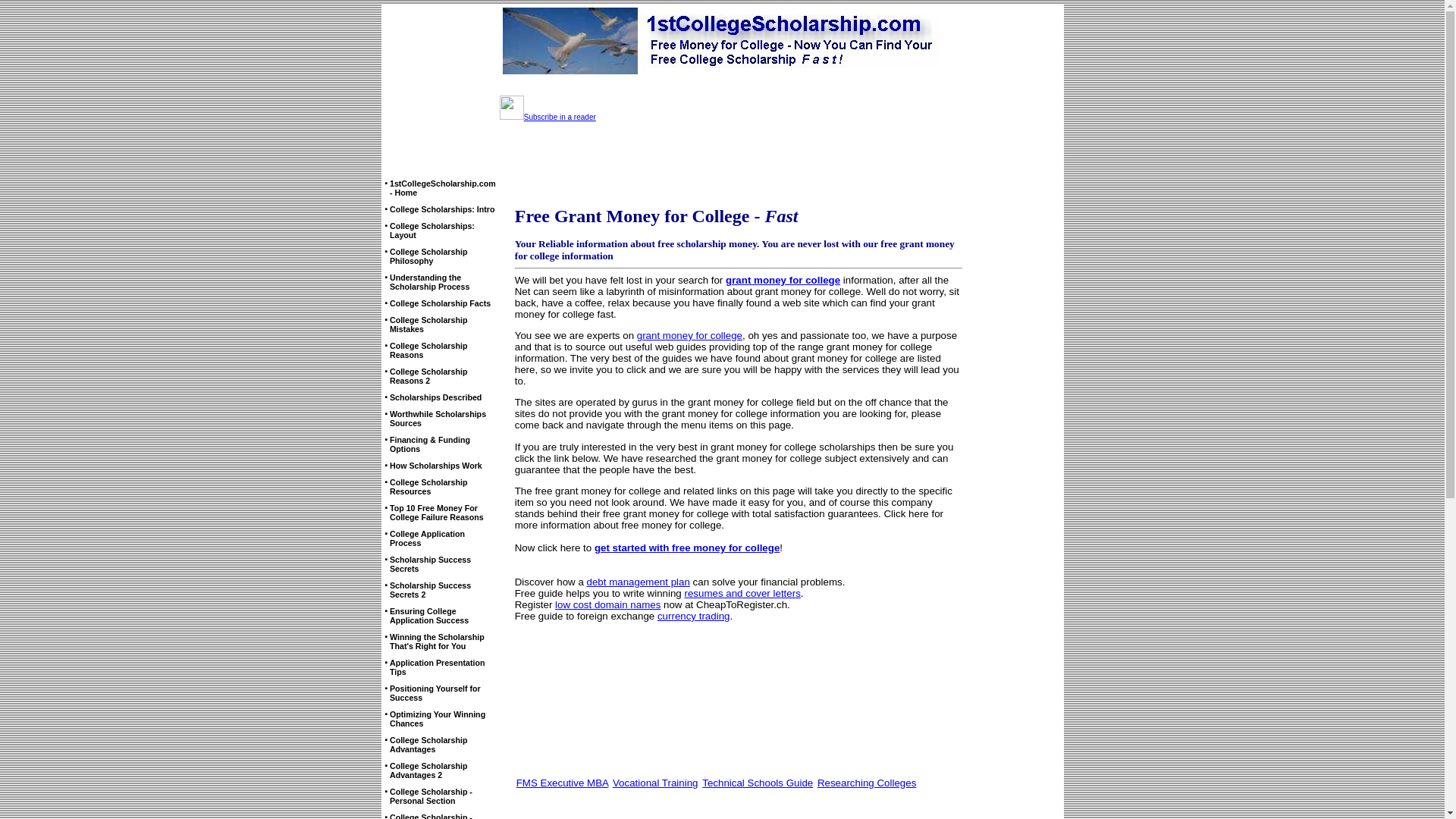  Describe the element at coordinates (439, 303) in the screenshot. I see `'College Scholarship Facts'` at that location.